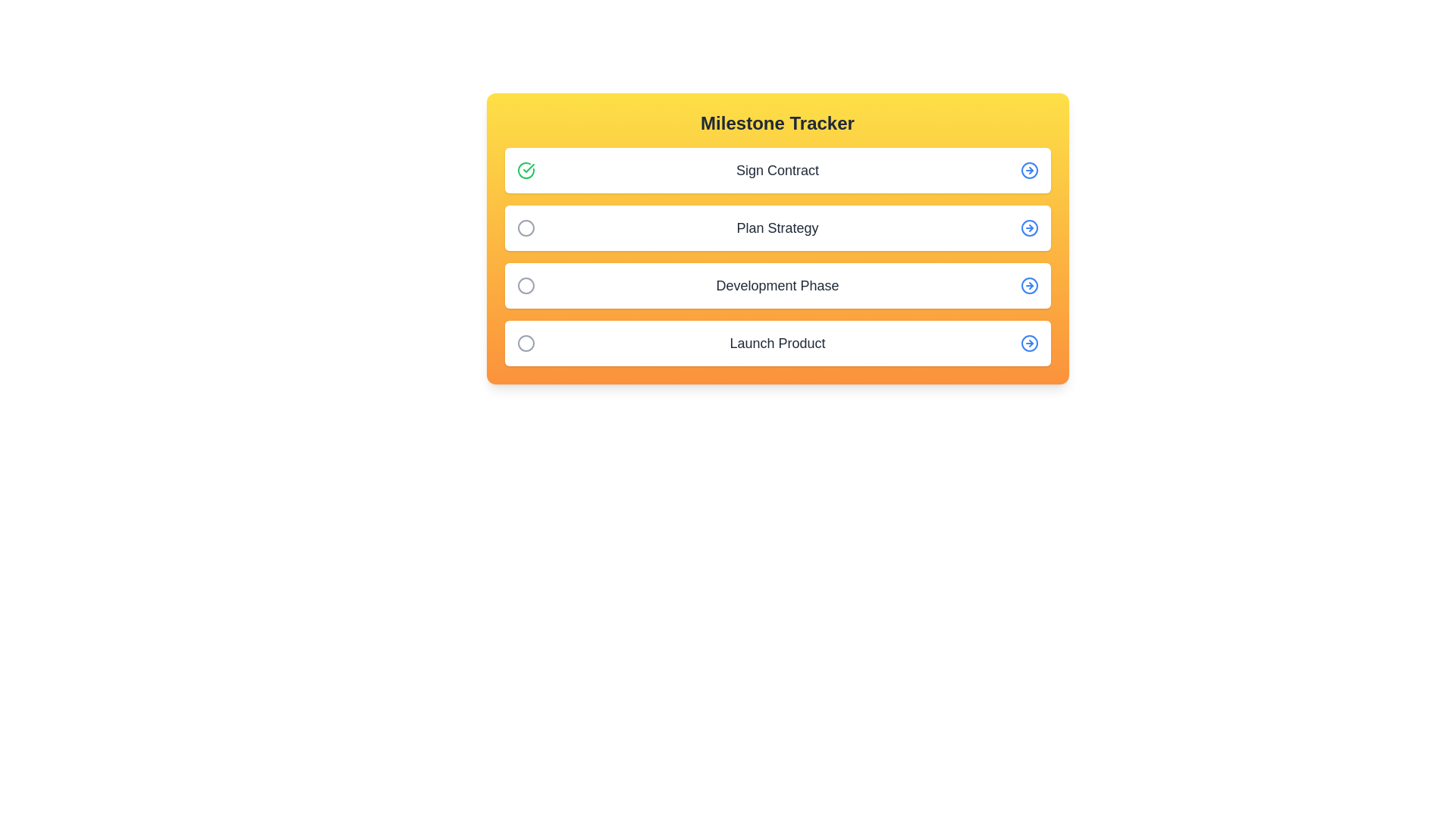  Describe the element at coordinates (526, 343) in the screenshot. I see `the circular light gray icon located to the left of the 'Launch Product' text in the interface` at that location.